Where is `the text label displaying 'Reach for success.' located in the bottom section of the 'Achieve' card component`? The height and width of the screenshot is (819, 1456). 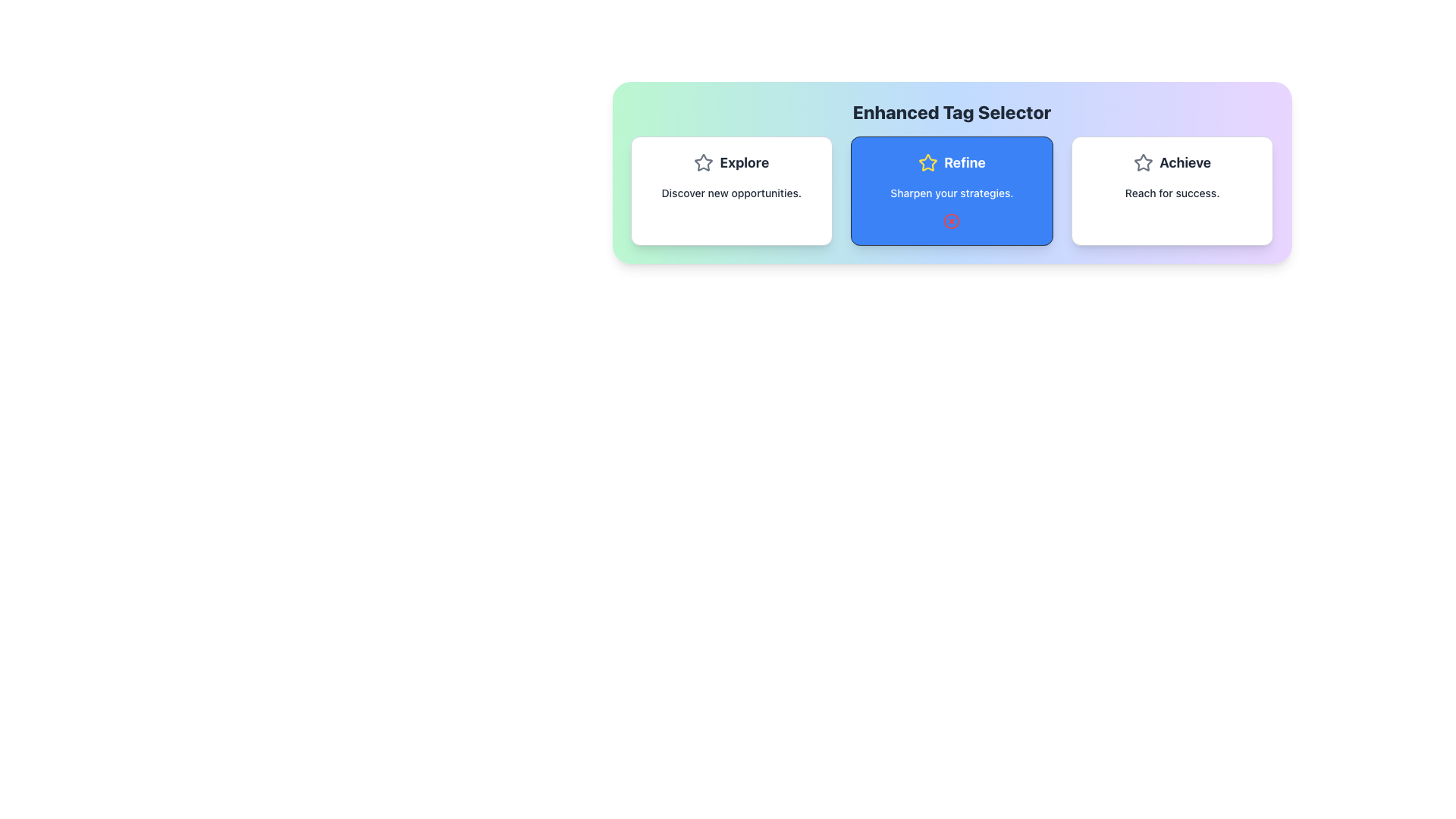 the text label displaying 'Reach for success.' located in the bottom section of the 'Achieve' card component is located at coordinates (1172, 192).